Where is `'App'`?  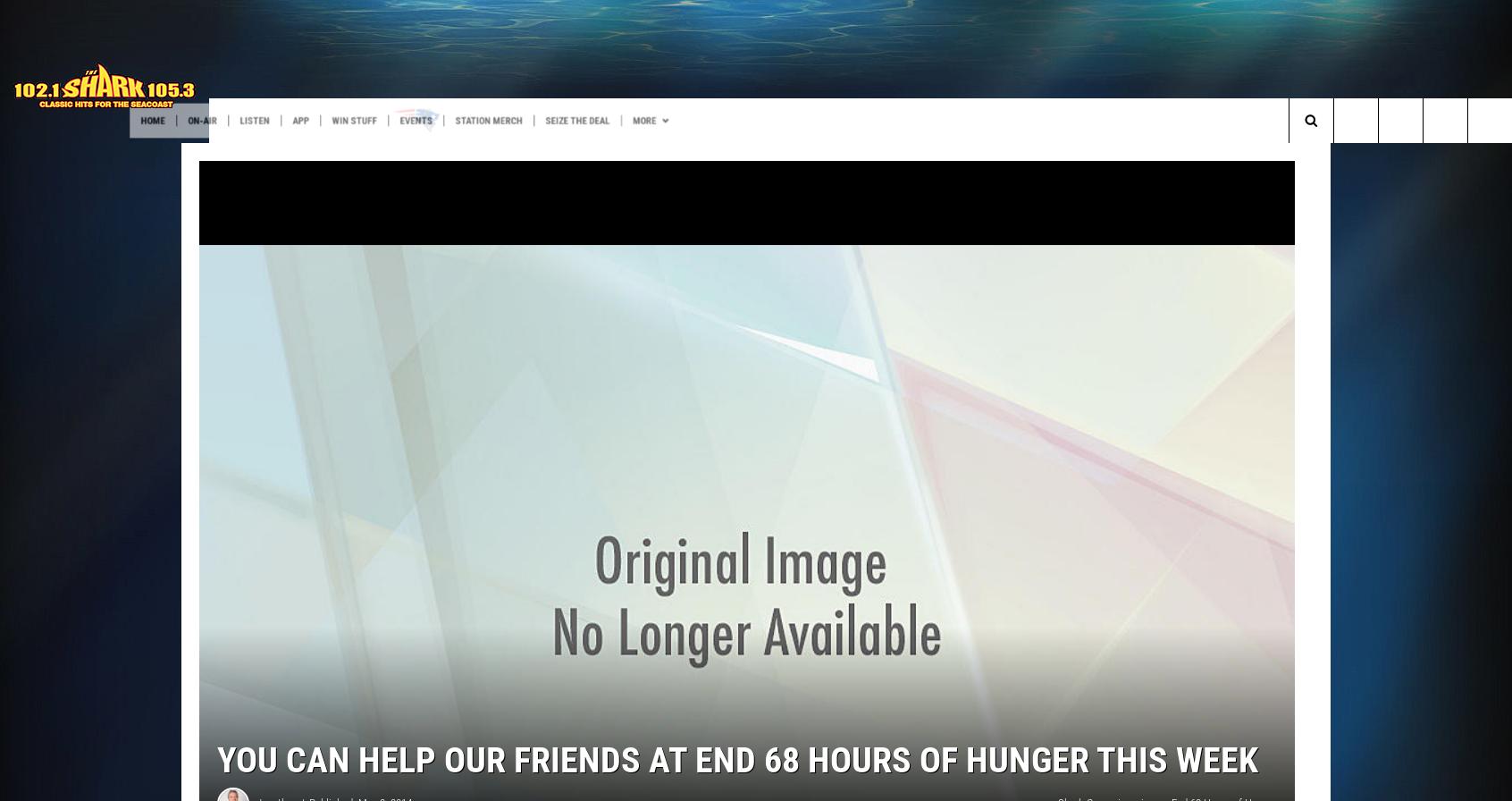
'App' is located at coordinates (429, 121).